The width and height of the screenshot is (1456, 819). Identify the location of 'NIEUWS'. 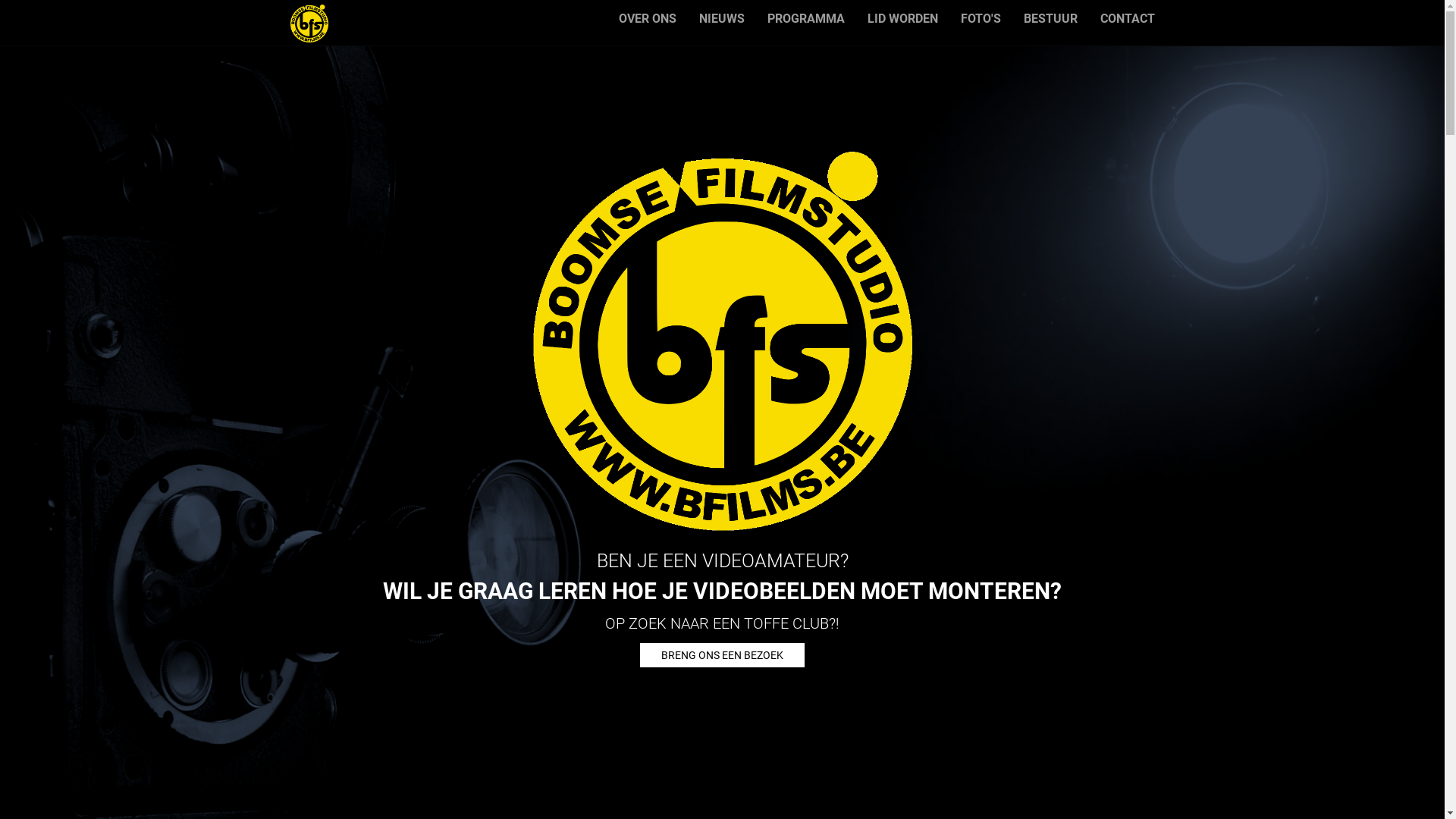
(720, 18).